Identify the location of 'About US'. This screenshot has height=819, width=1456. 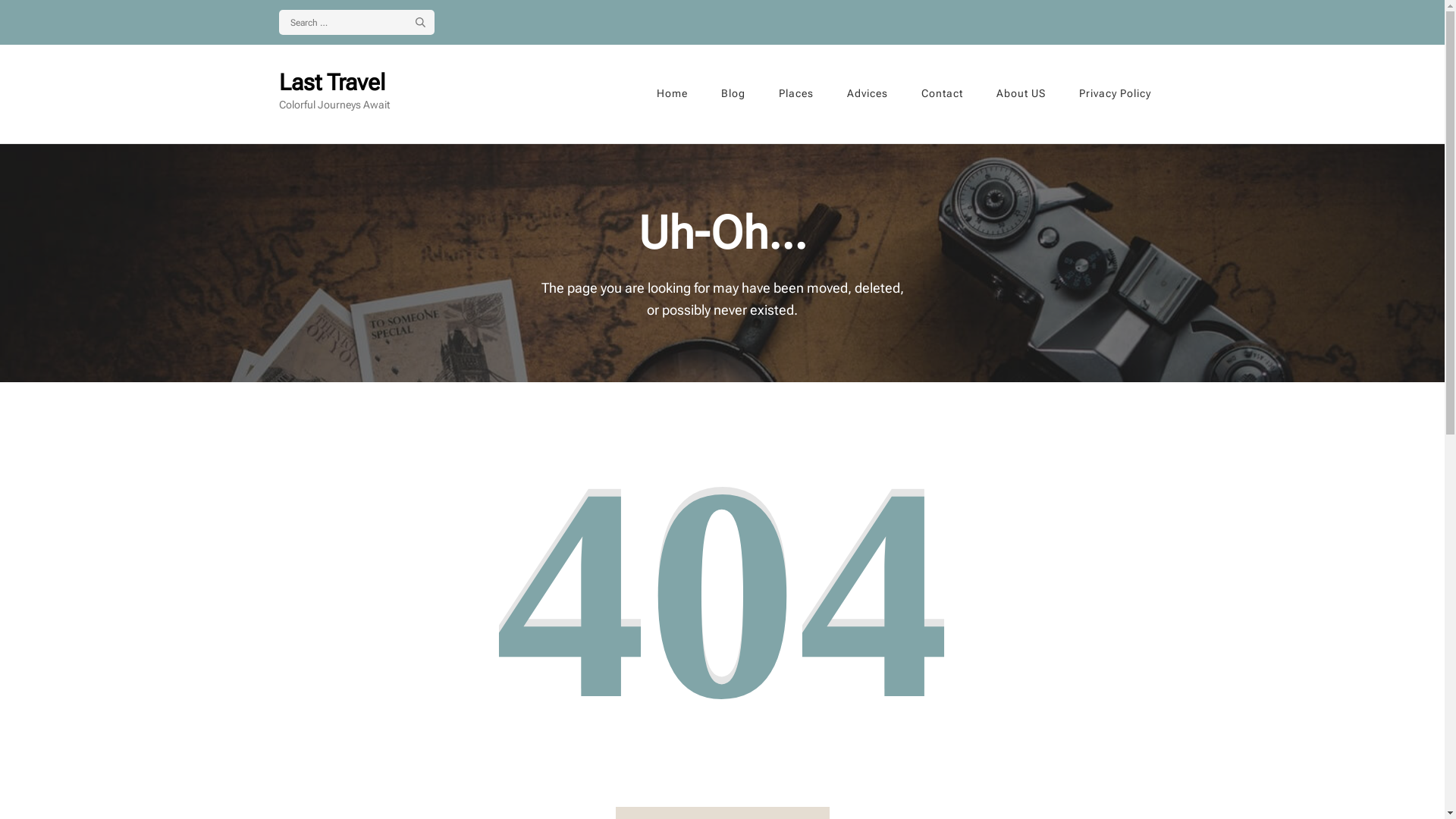
(981, 93).